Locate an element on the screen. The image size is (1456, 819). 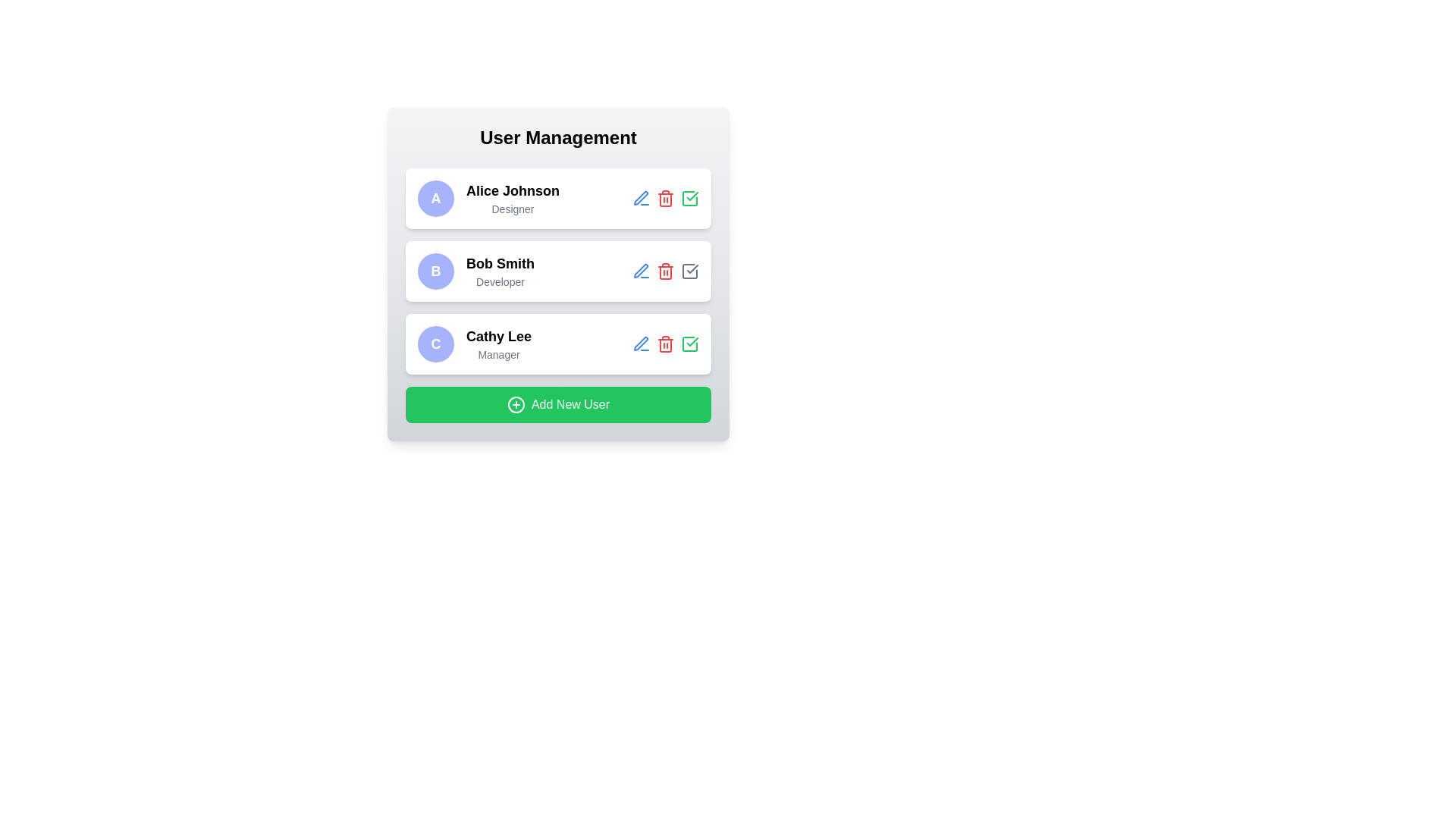
the circular '+' icon with a white outline on a green background, located to the left of the 'Add New User' text is located at coordinates (516, 403).